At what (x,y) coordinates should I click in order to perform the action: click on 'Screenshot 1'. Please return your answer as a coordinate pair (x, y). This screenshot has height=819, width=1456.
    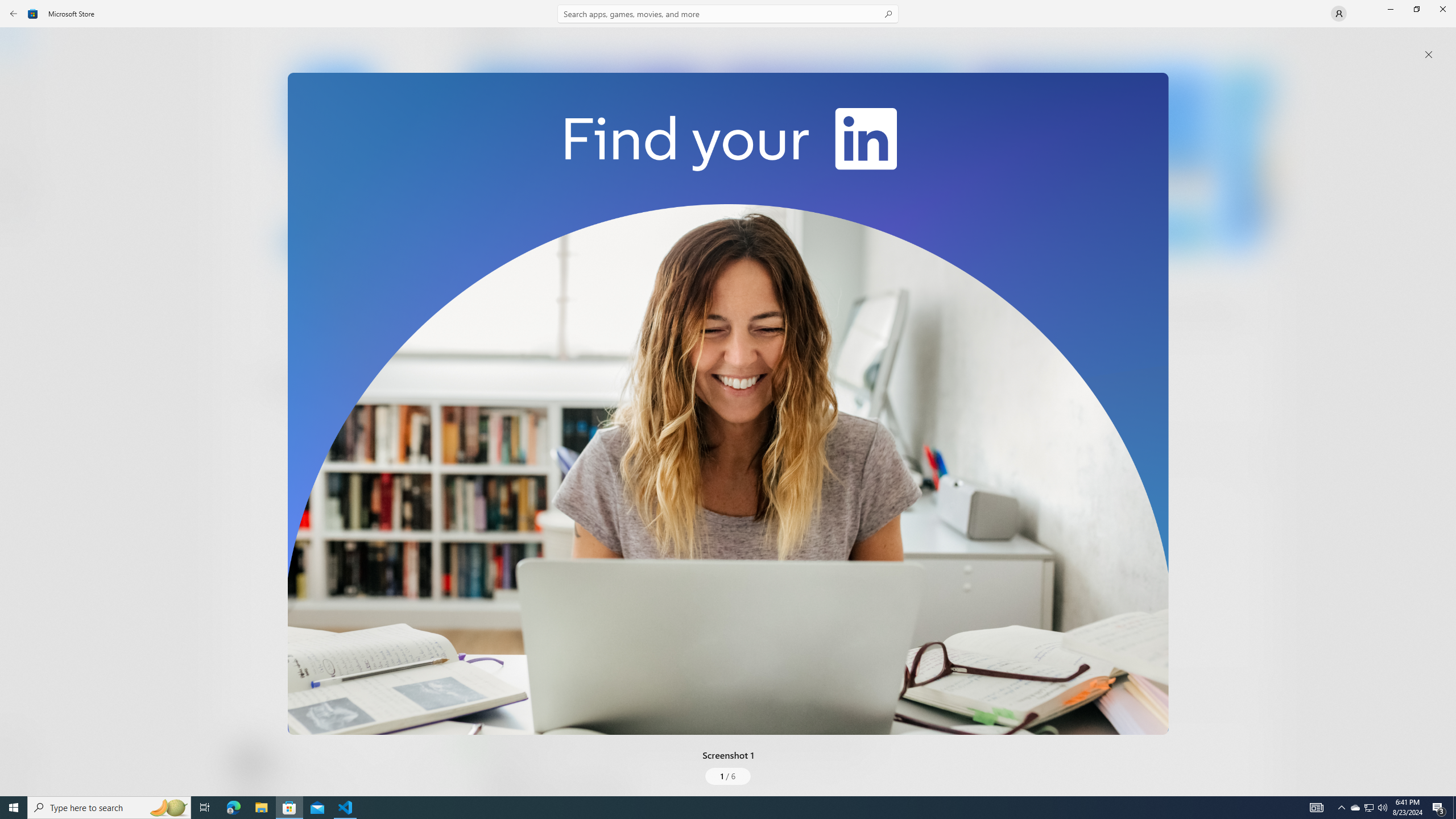
    Looking at the image, I should click on (728, 403).